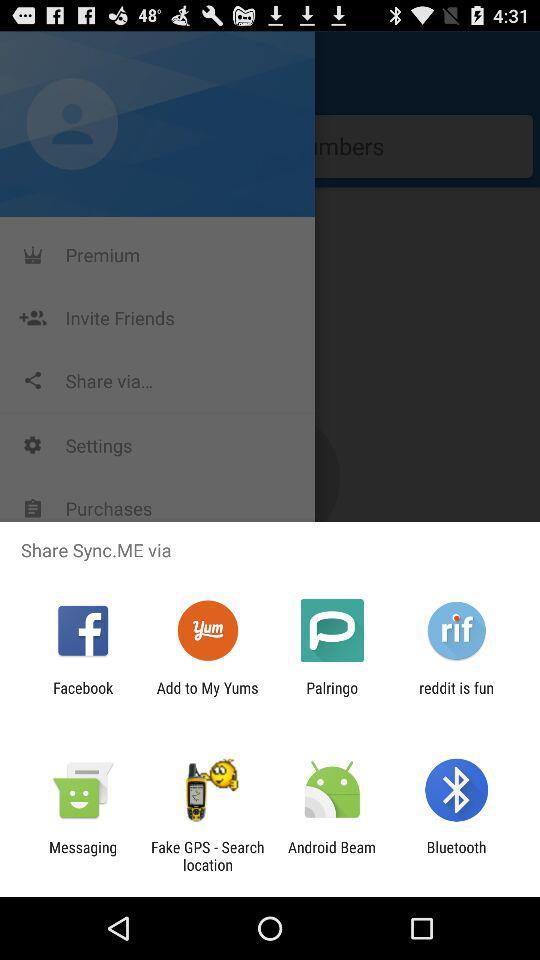 The image size is (540, 960). Describe the element at coordinates (206, 696) in the screenshot. I see `add to my item` at that location.